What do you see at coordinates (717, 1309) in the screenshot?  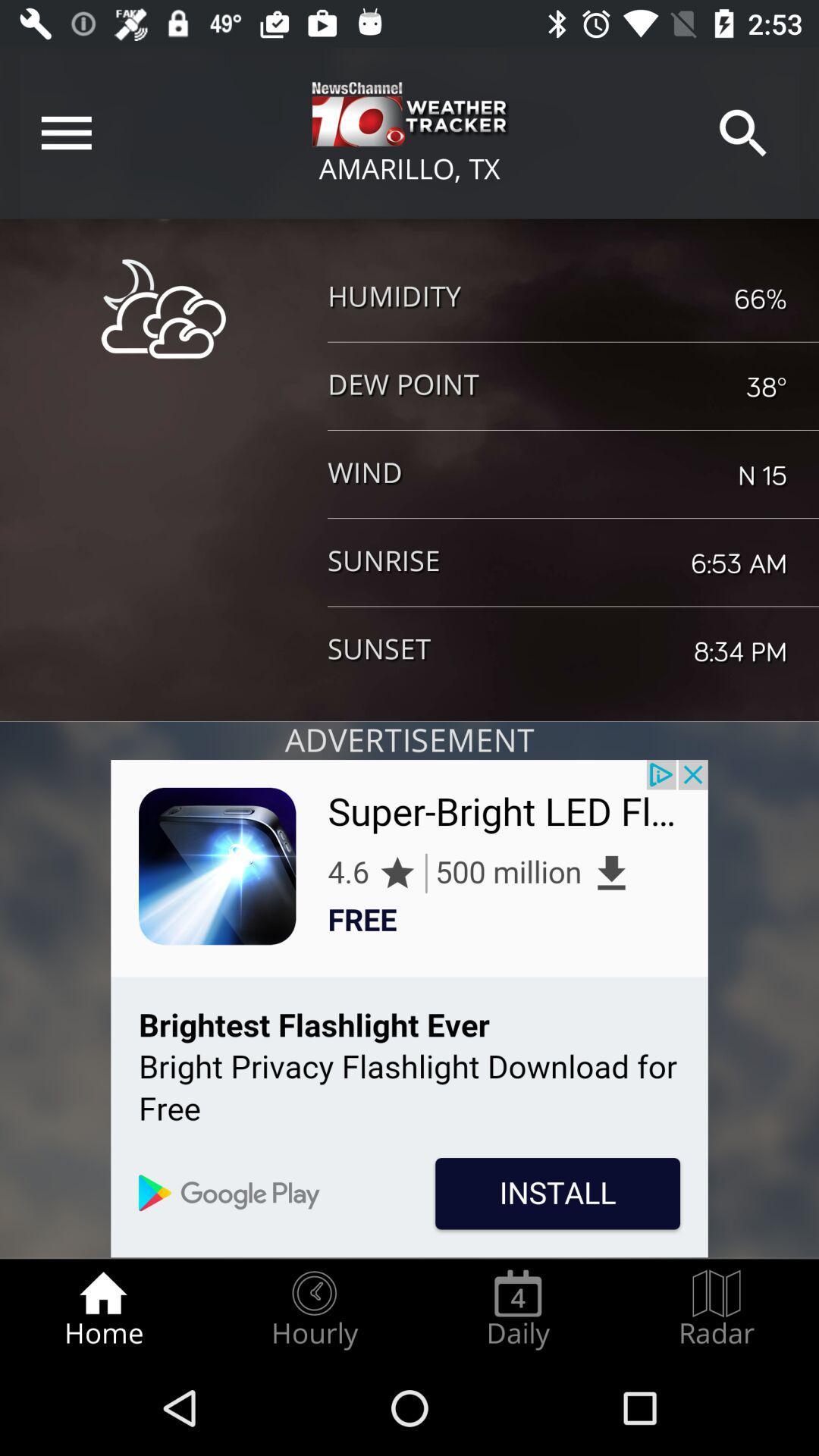 I see `the item to the right of daily item` at bounding box center [717, 1309].